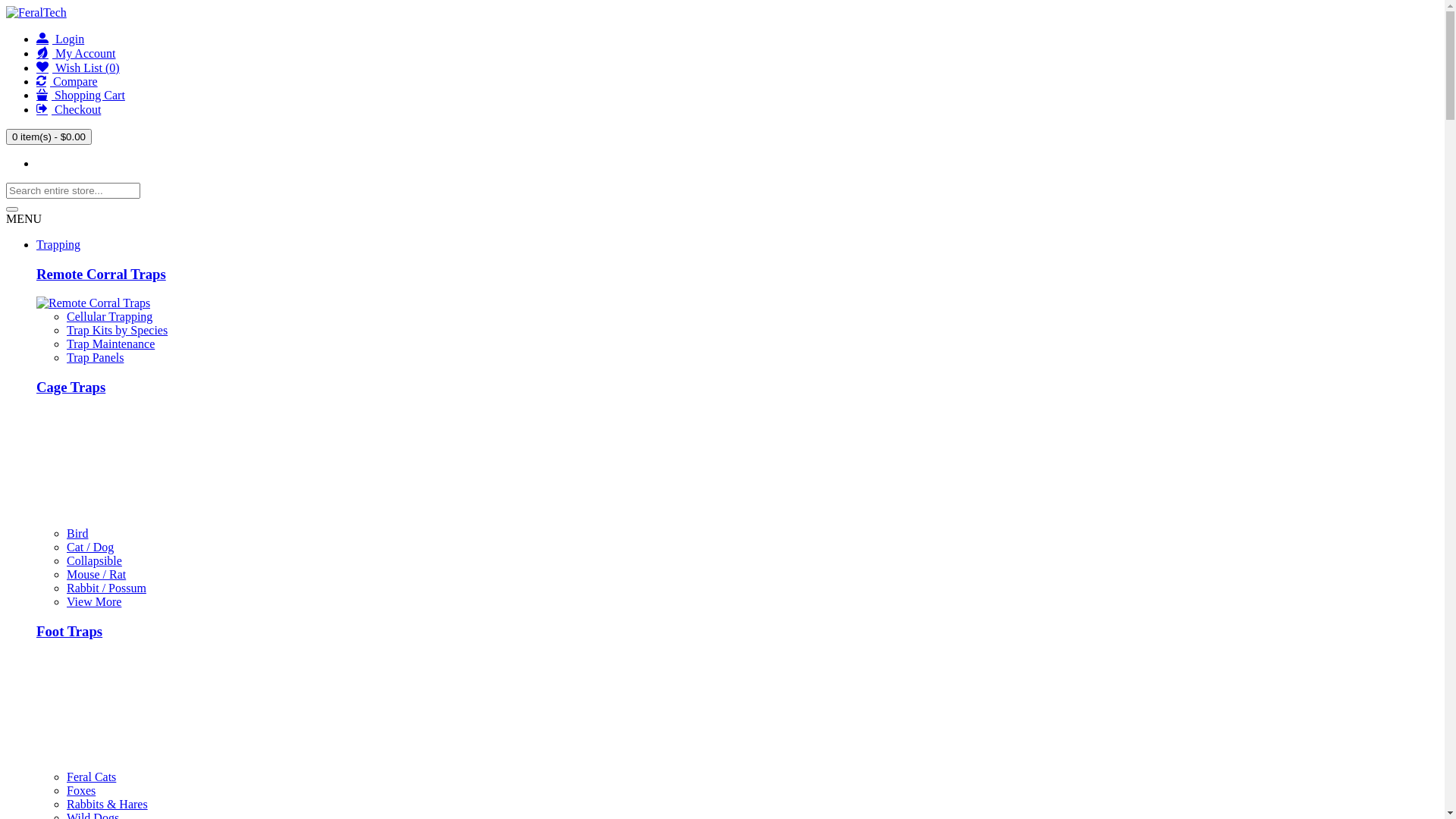  What do you see at coordinates (66, 81) in the screenshot?
I see `'Compare'` at bounding box center [66, 81].